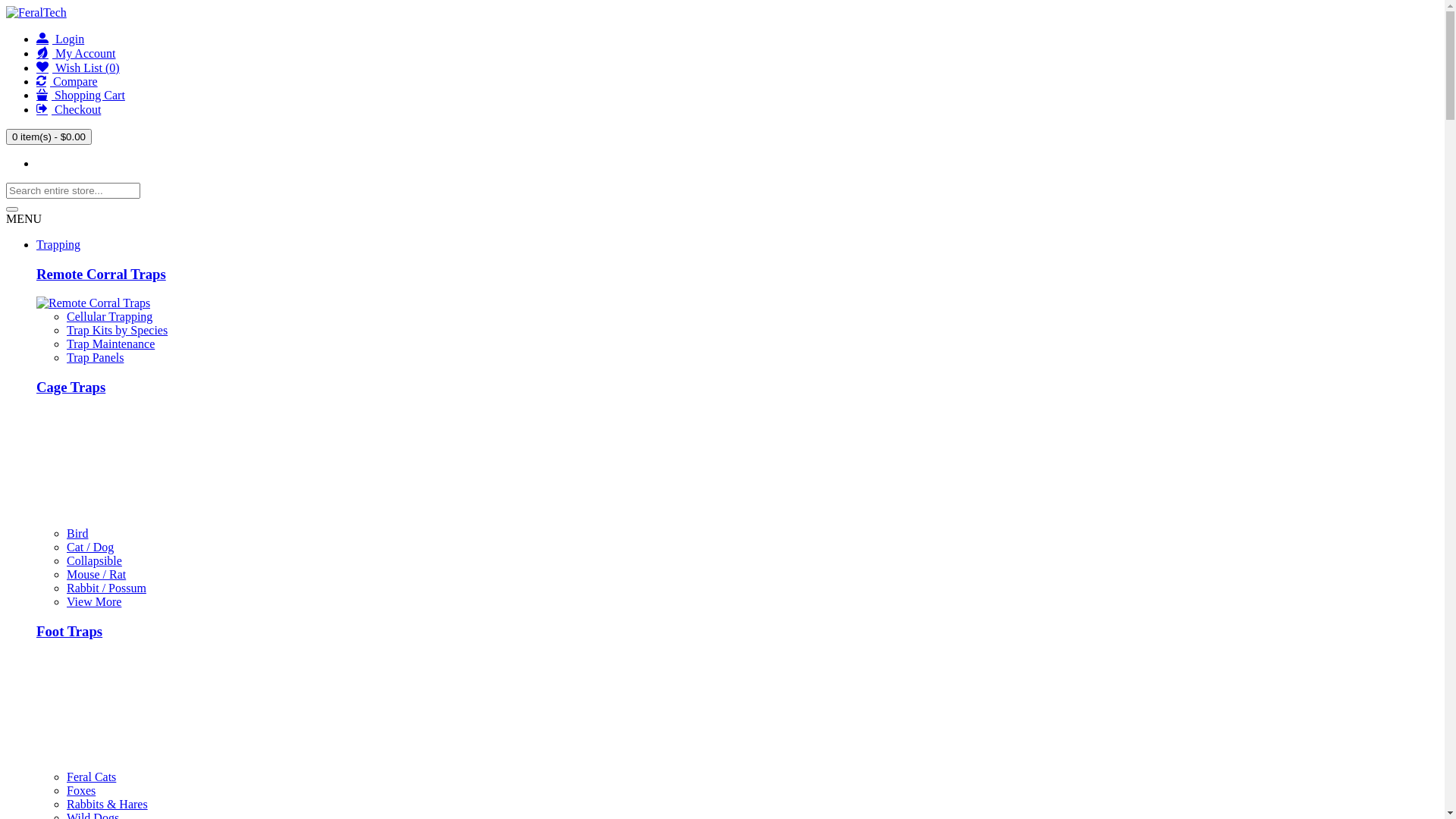  What do you see at coordinates (66, 81) in the screenshot?
I see `'Compare'` at bounding box center [66, 81].